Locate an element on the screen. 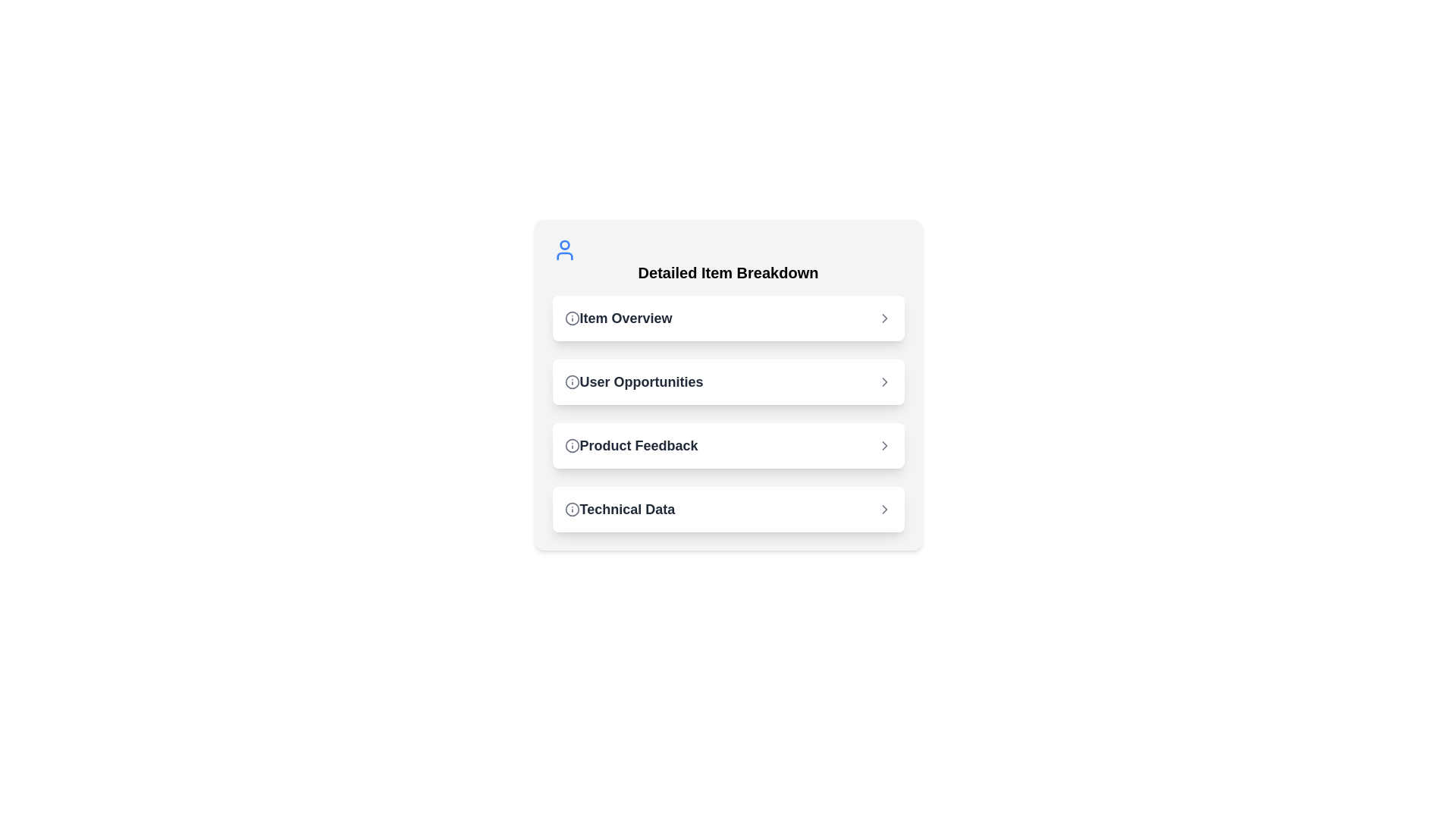 The image size is (1456, 819). the arrow-shaped Navigation Icon located at the end of the 'Product Feedback' row is located at coordinates (884, 444).